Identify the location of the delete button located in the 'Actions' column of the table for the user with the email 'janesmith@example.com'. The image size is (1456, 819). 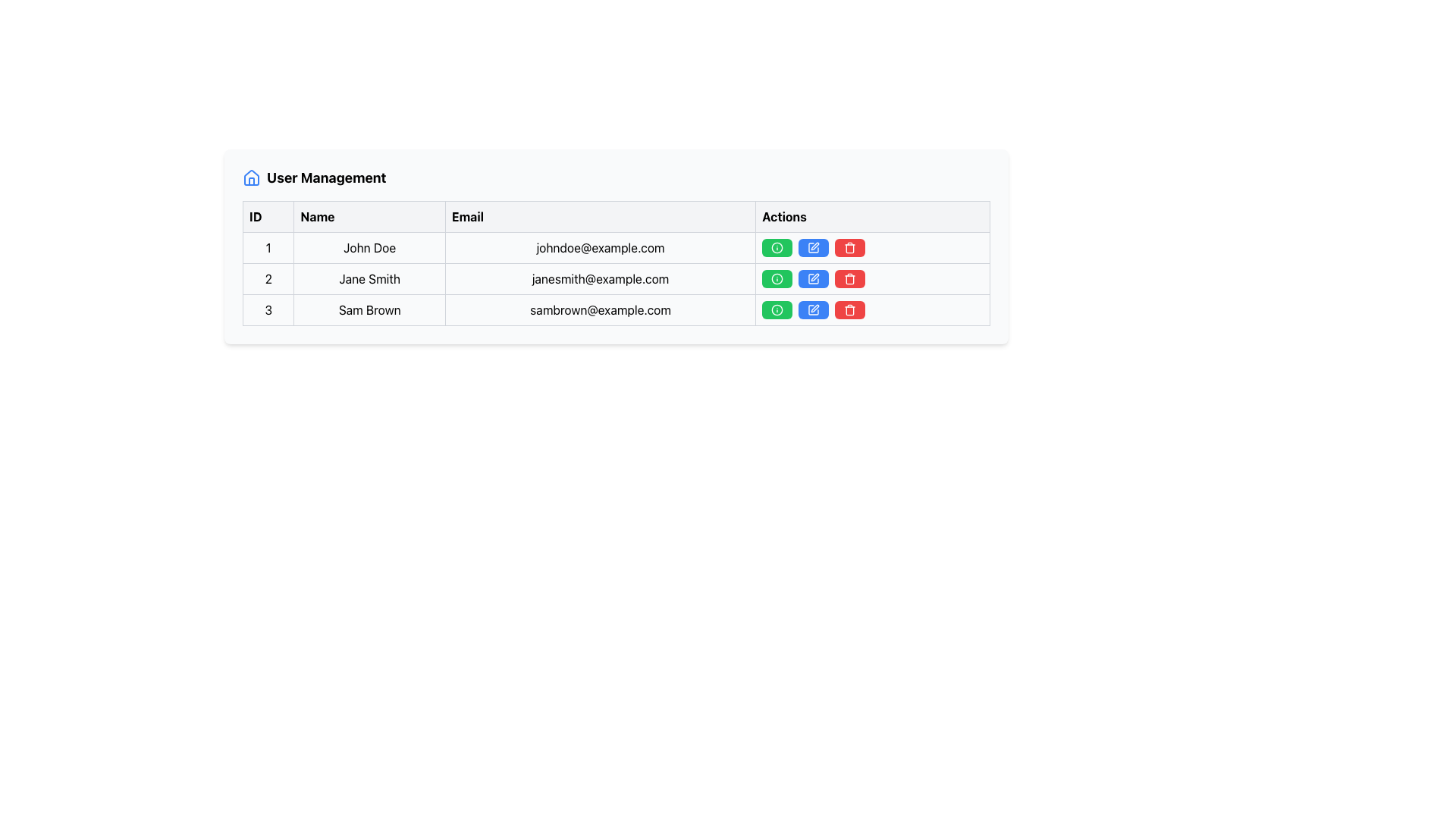
(850, 278).